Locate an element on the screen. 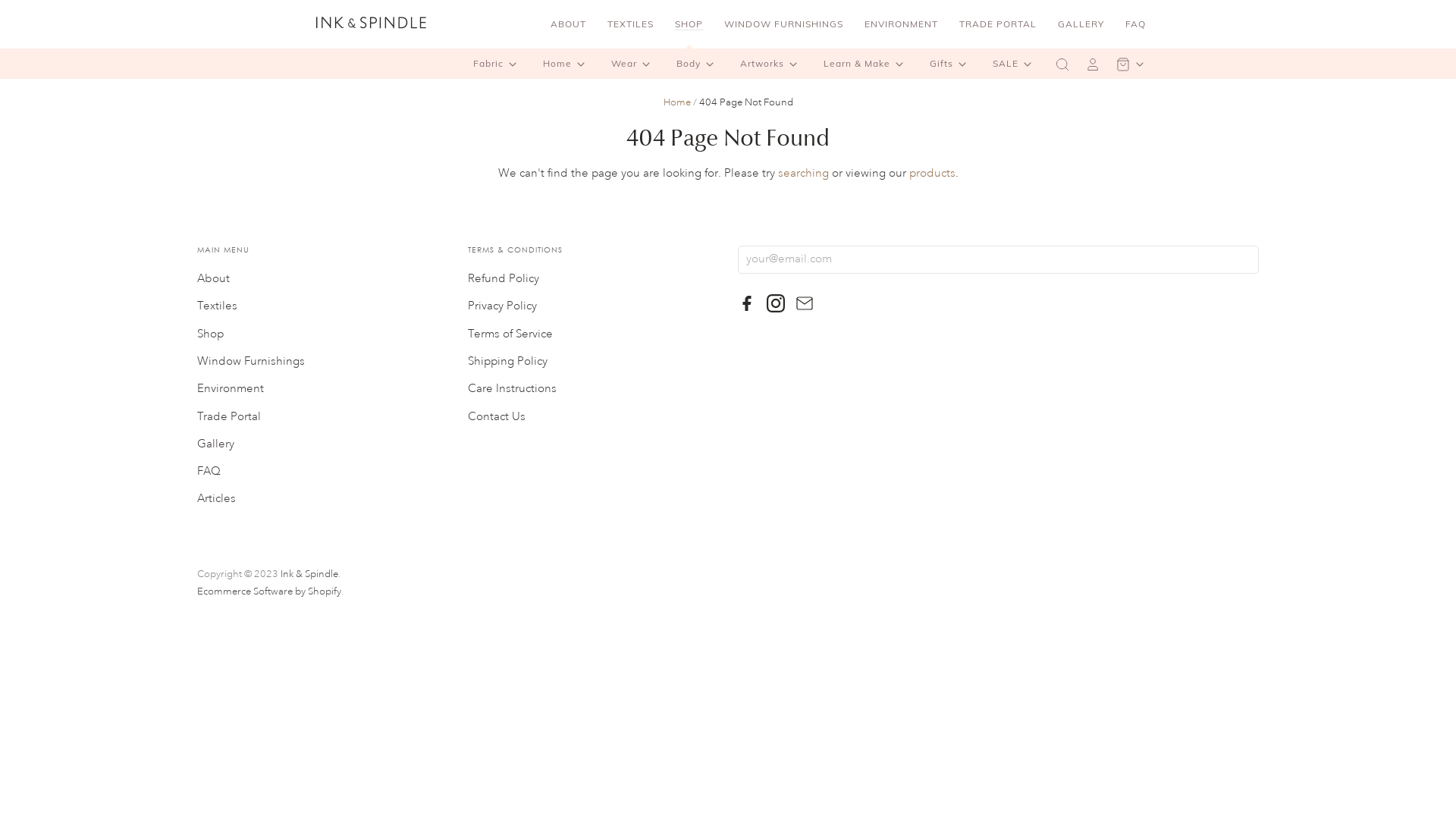 Image resolution: width=1456 pixels, height=819 pixels. 'About' is located at coordinates (212, 278).